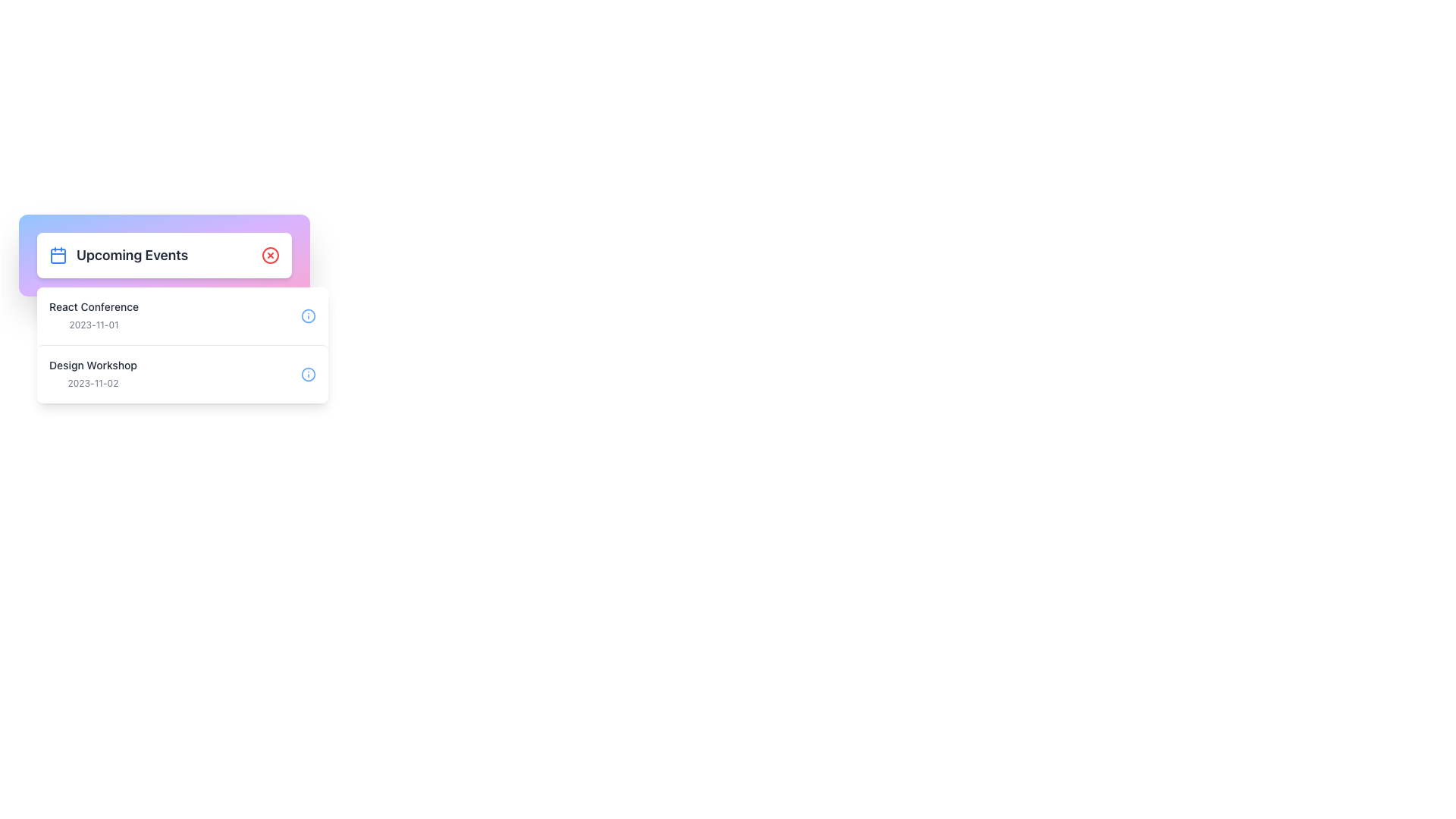 This screenshot has height=819, width=1456. Describe the element at coordinates (182, 374) in the screenshot. I see `the info panel displaying the upcoming event 'Design Workshop' scheduled on '2023-11-02'` at that location.